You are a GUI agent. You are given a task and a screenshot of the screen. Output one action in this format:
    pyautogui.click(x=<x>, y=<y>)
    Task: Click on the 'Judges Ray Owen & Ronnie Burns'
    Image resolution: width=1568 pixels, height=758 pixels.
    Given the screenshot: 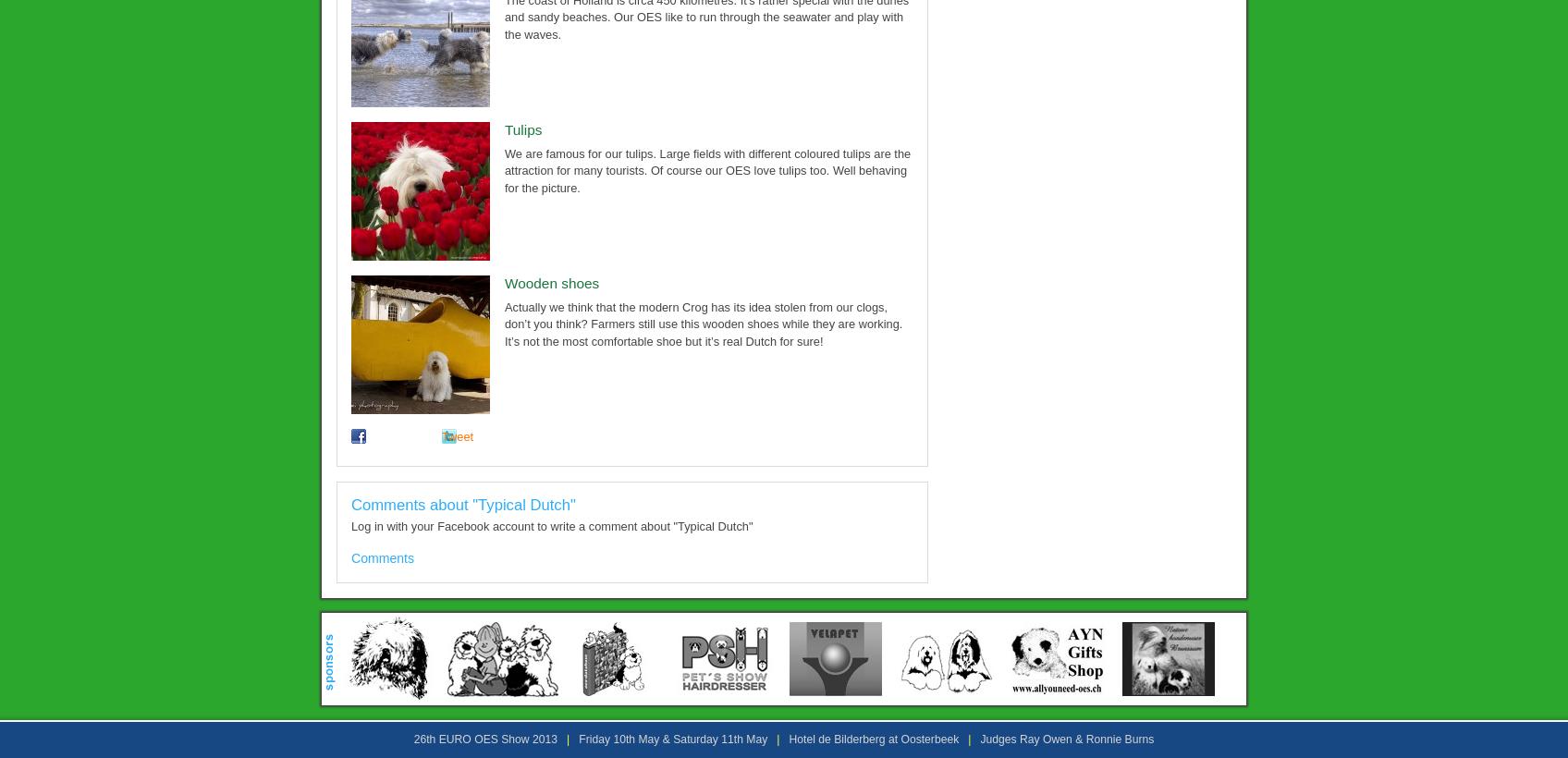 What is the action you would take?
    pyautogui.click(x=1066, y=739)
    